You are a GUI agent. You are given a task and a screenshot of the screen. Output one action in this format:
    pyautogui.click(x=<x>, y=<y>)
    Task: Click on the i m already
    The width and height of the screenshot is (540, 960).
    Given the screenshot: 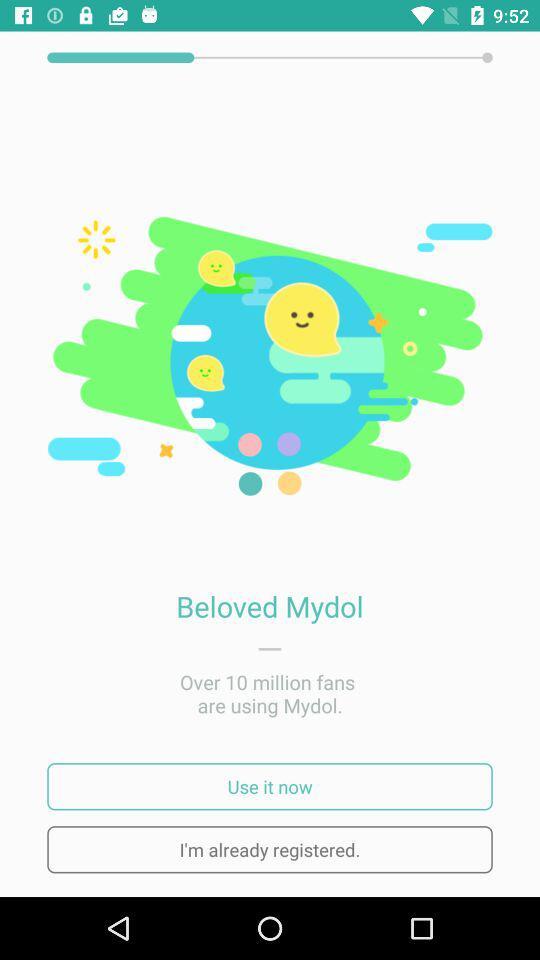 What is the action you would take?
    pyautogui.click(x=270, y=848)
    